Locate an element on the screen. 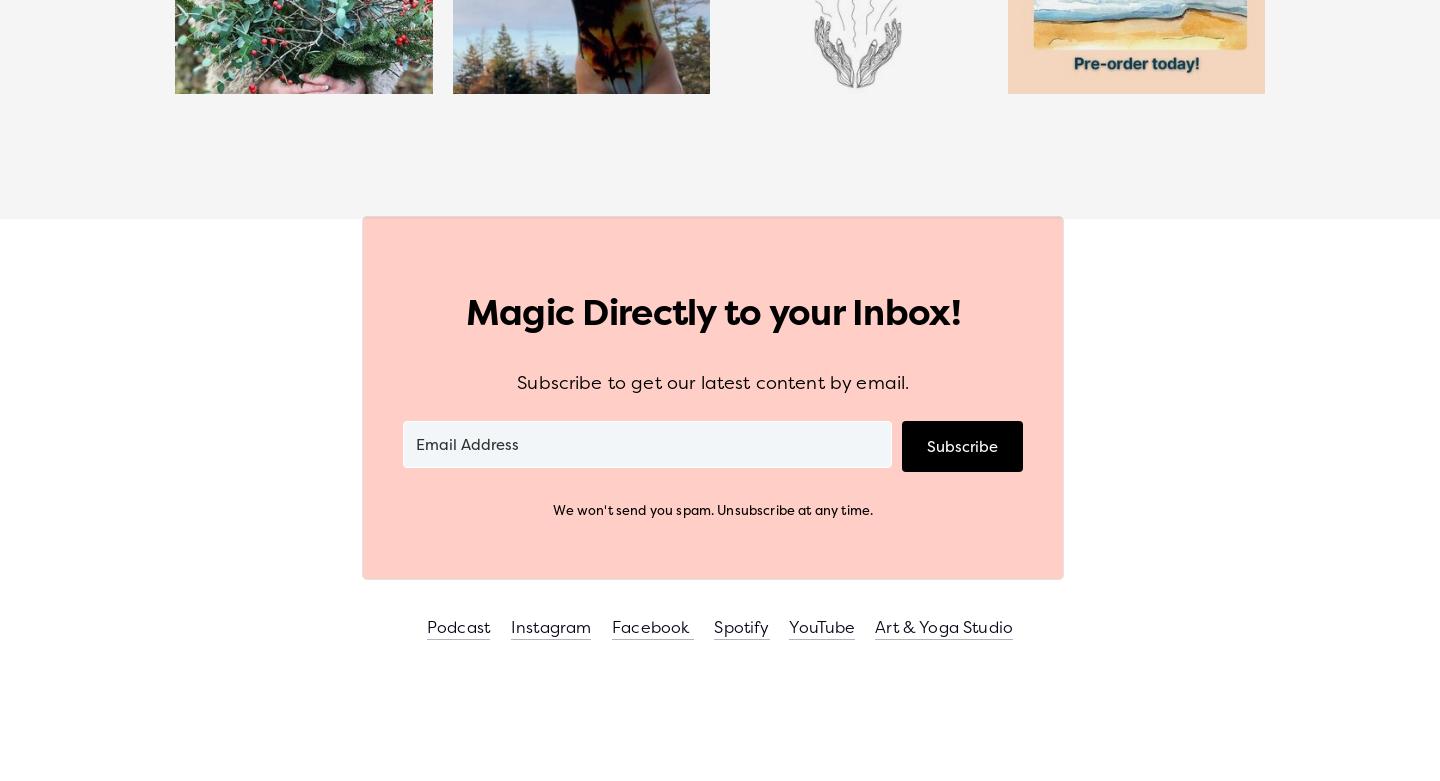 Image resolution: width=1440 pixels, height=781 pixels. 'Spotify' is located at coordinates (740, 626).